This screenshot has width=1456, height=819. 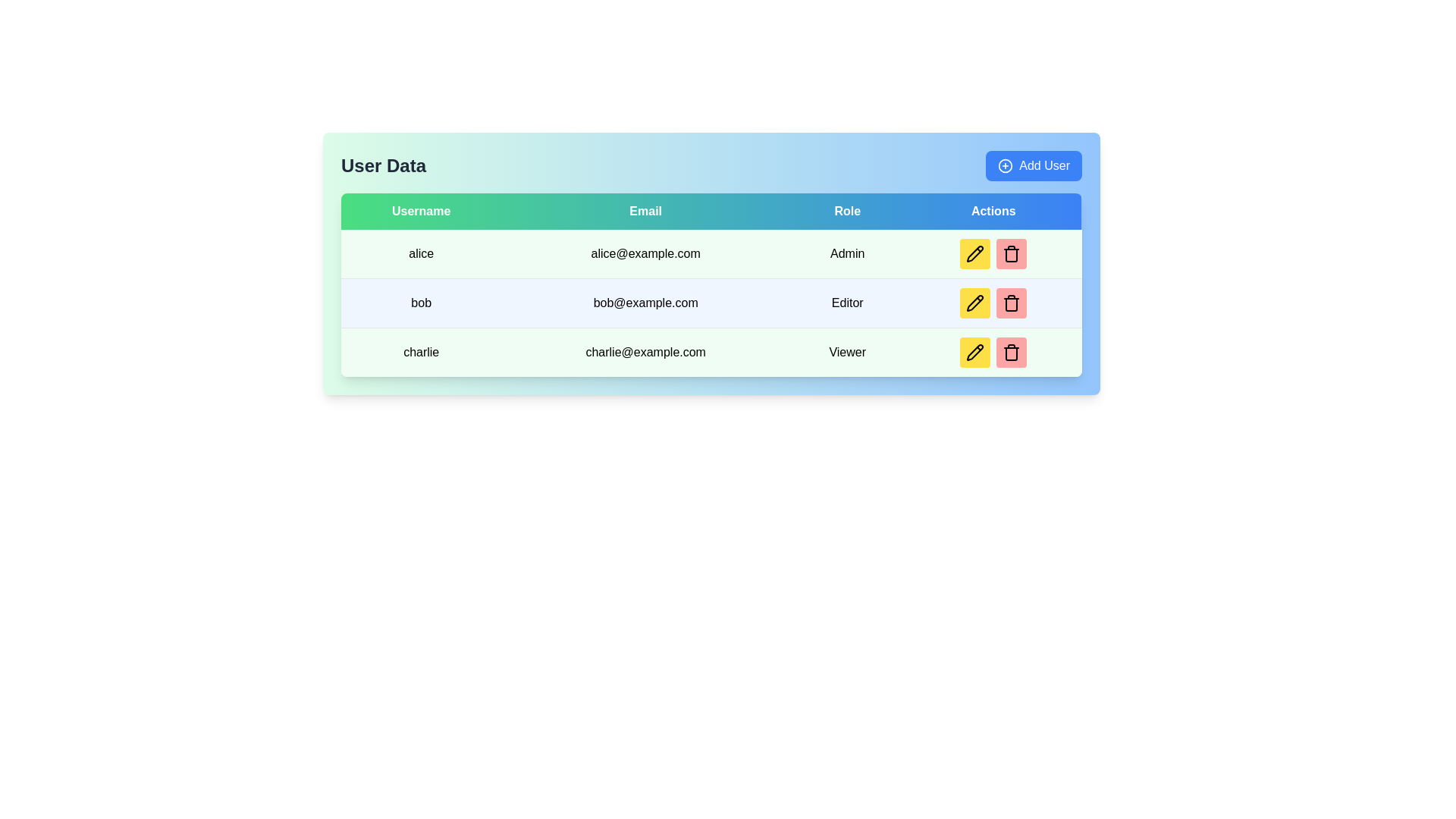 I want to click on the 'Actions' text label in bold white font located, so click(x=993, y=211).